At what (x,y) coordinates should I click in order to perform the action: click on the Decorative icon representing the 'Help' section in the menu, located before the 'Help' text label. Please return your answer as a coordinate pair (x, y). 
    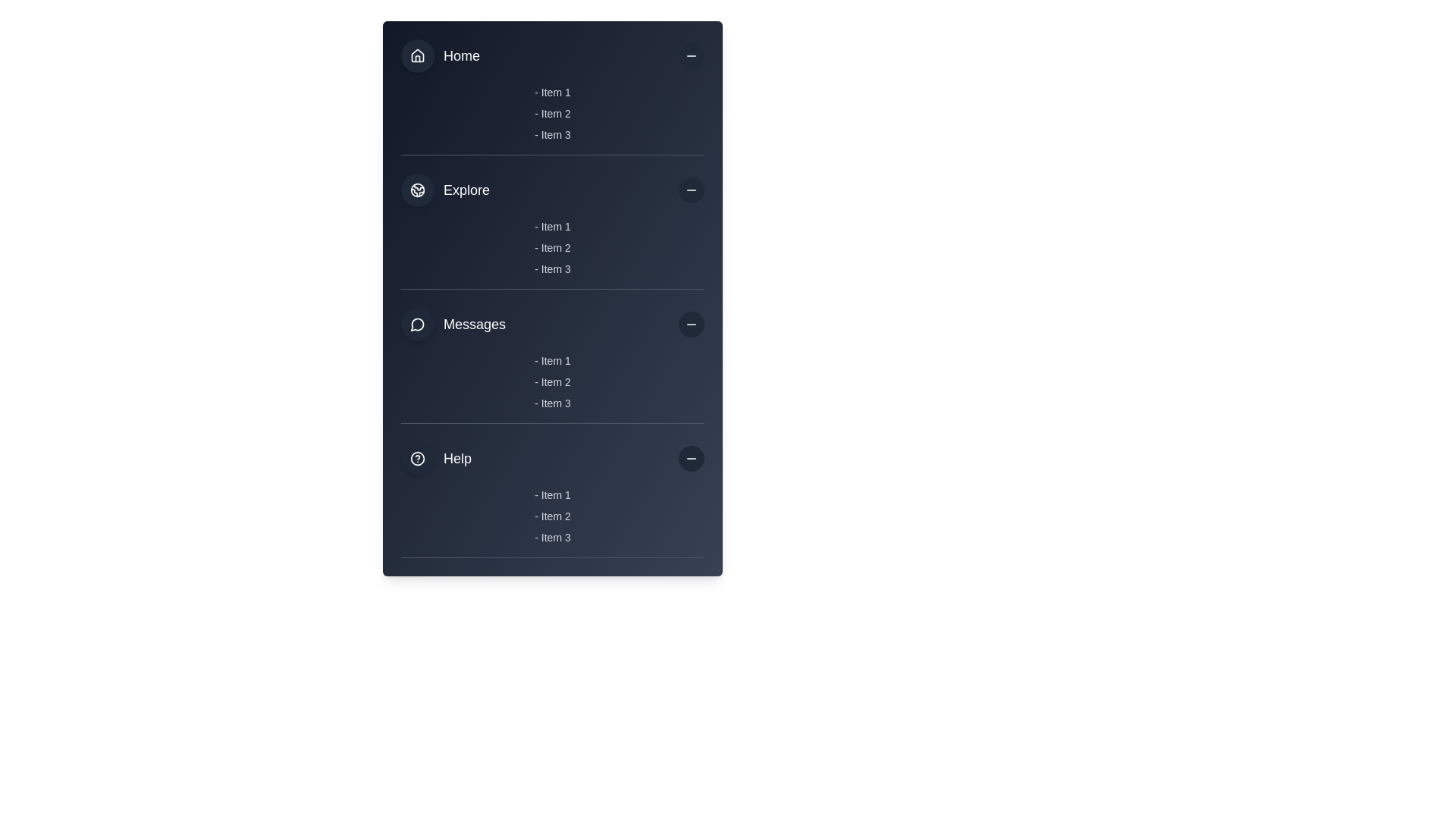
    Looking at the image, I should click on (418, 458).